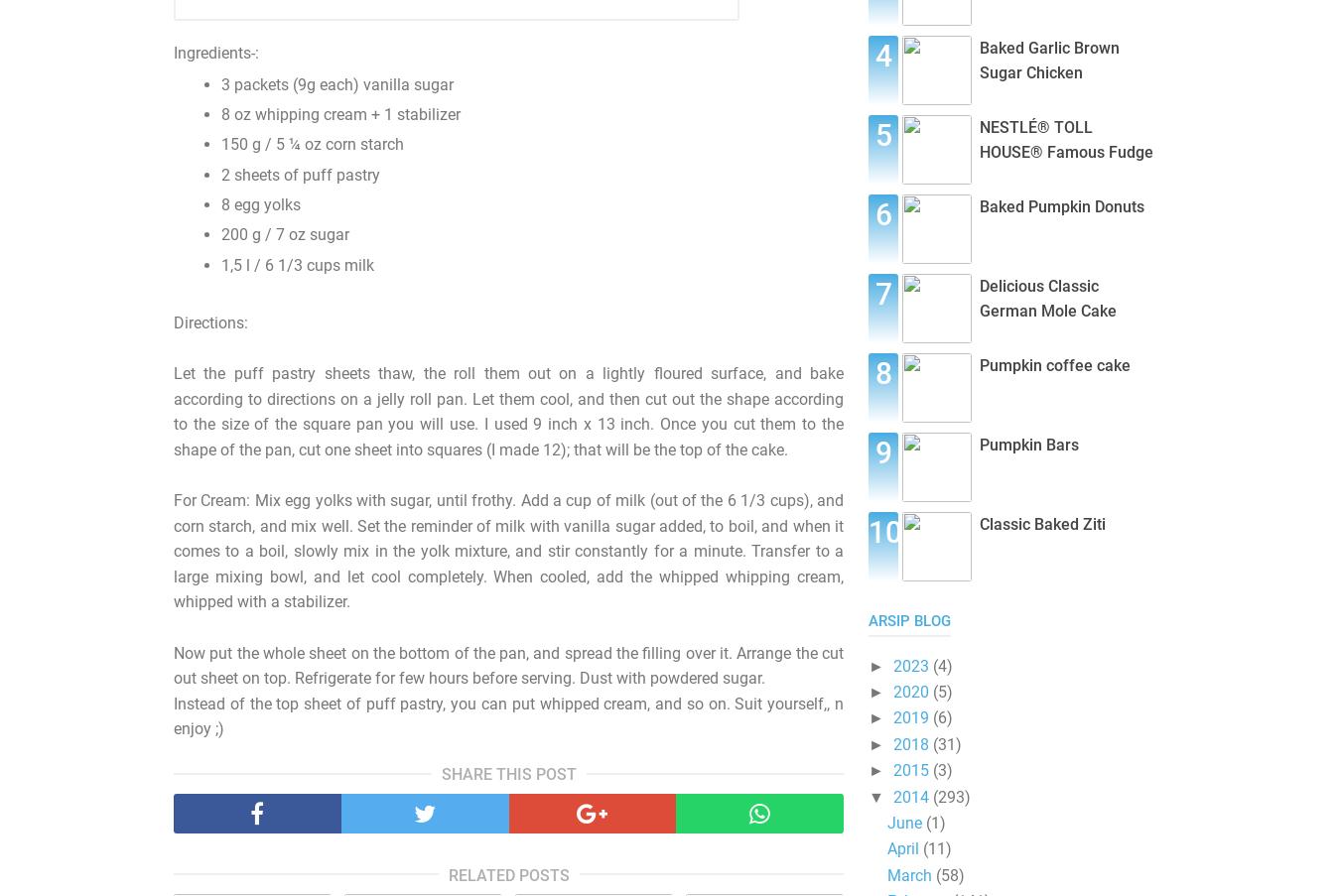 The width and height of the screenshot is (1340, 896). Describe the element at coordinates (507, 664) in the screenshot. I see `'Now put the whole sheet on the bottom of the pan, and spread the filling over it. Arrange the cut out sheet on top. Refrigerate for few hours before serving. Dust with powdered sugar.'` at that location.